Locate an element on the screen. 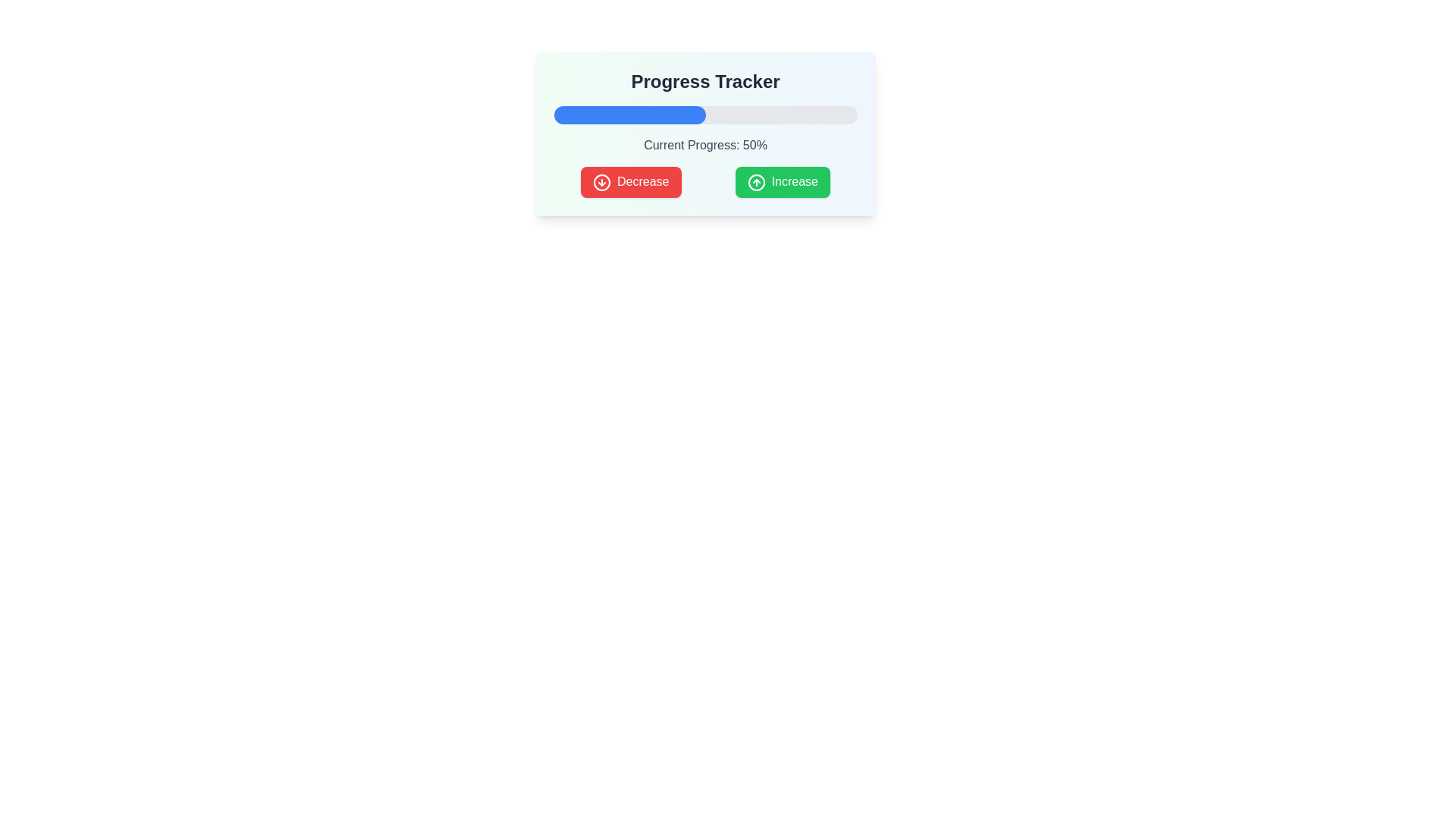  the 'Increase' button icon, which is a circular component with a green outline and an upward arrow inside, located below the 'Progress Tracker' header is located at coordinates (756, 181).